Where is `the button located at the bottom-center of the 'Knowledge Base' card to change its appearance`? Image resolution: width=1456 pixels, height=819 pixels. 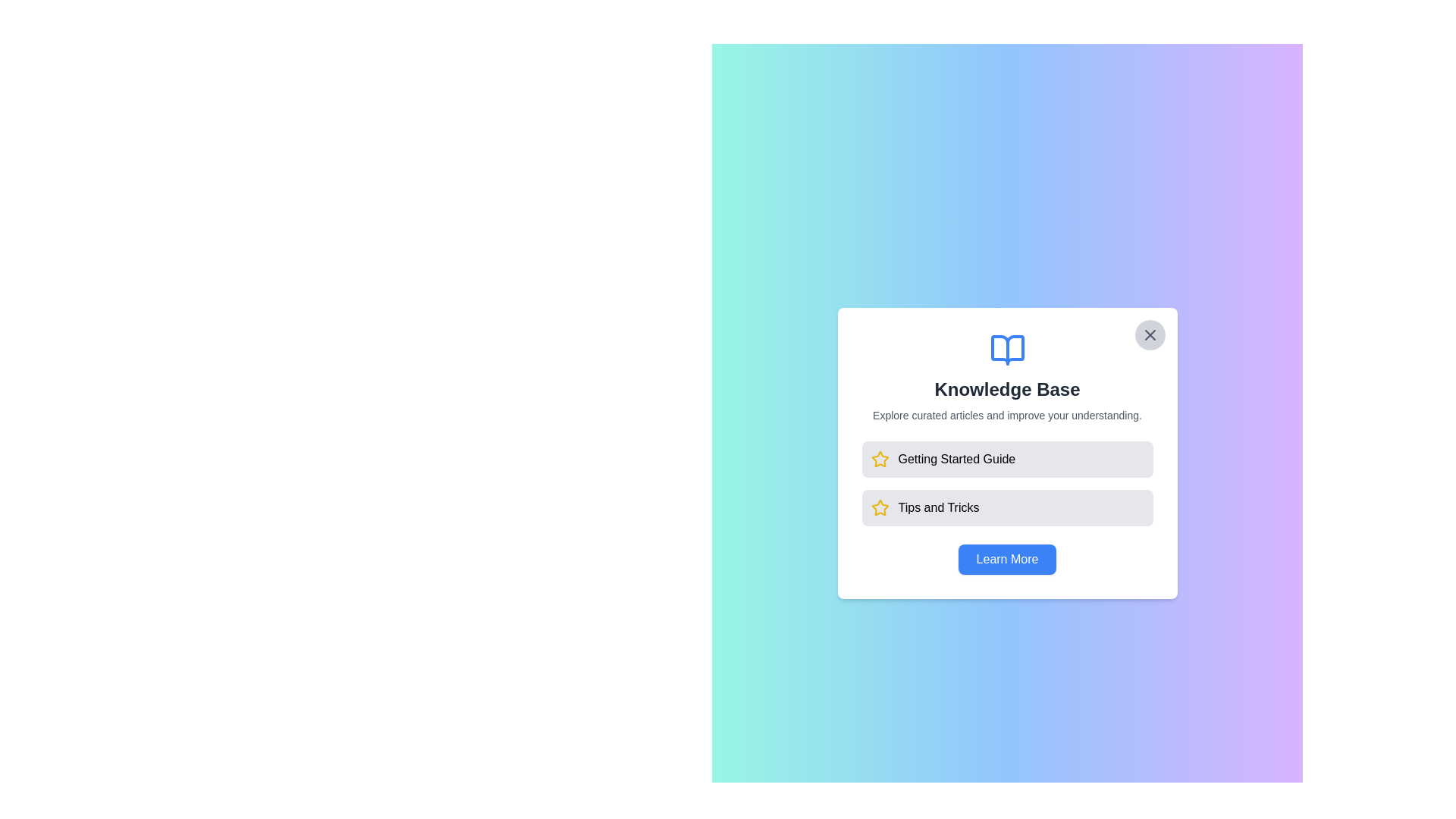
the button located at the bottom-center of the 'Knowledge Base' card to change its appearance is located at coordinates (1007, 559).